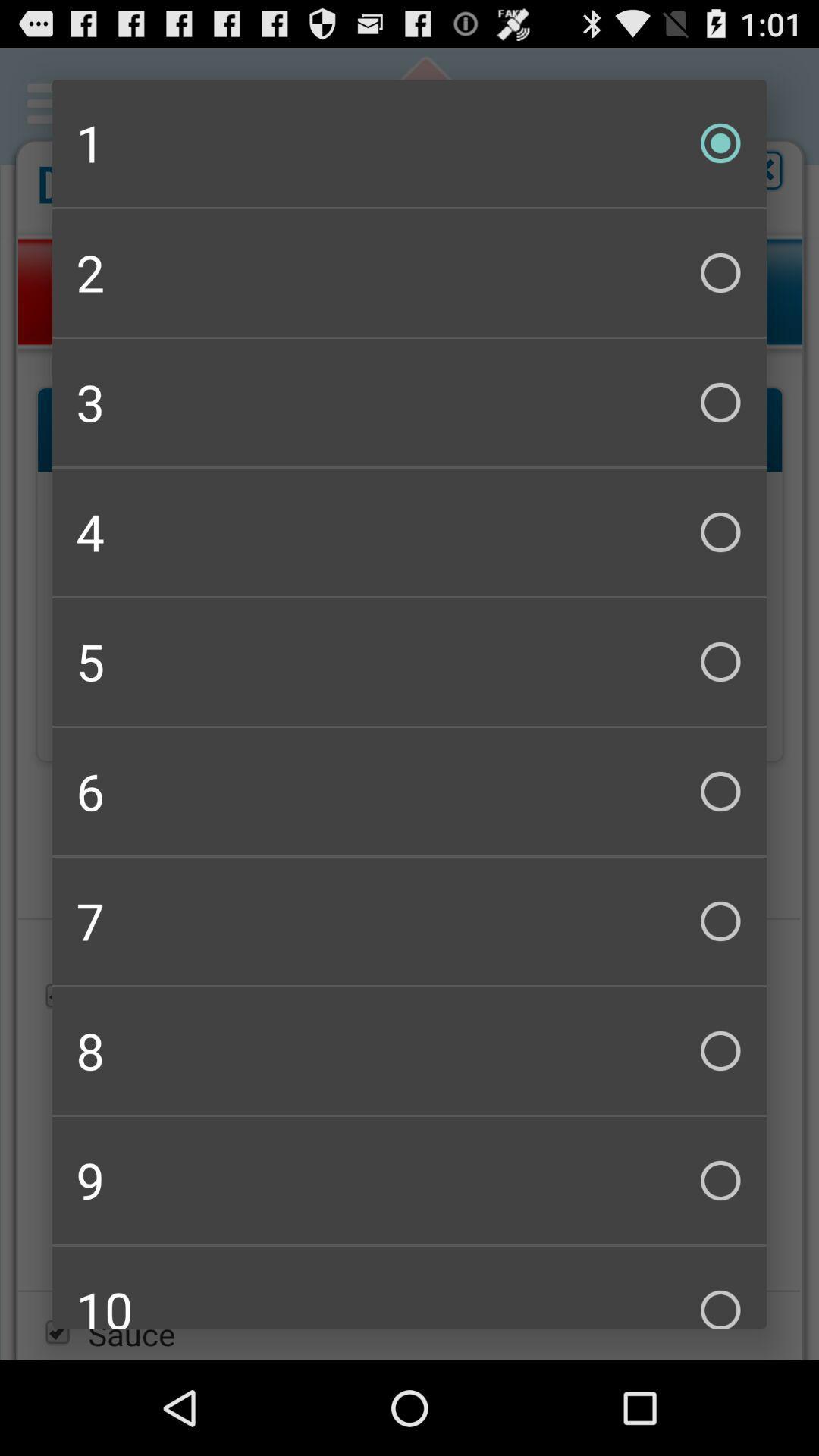 Image resolution: width=819 pixels, height=1456 pixels. Describe the element at coordinates (409, 1050) in the screenshot. I see `the checkbox above 9` at that location.